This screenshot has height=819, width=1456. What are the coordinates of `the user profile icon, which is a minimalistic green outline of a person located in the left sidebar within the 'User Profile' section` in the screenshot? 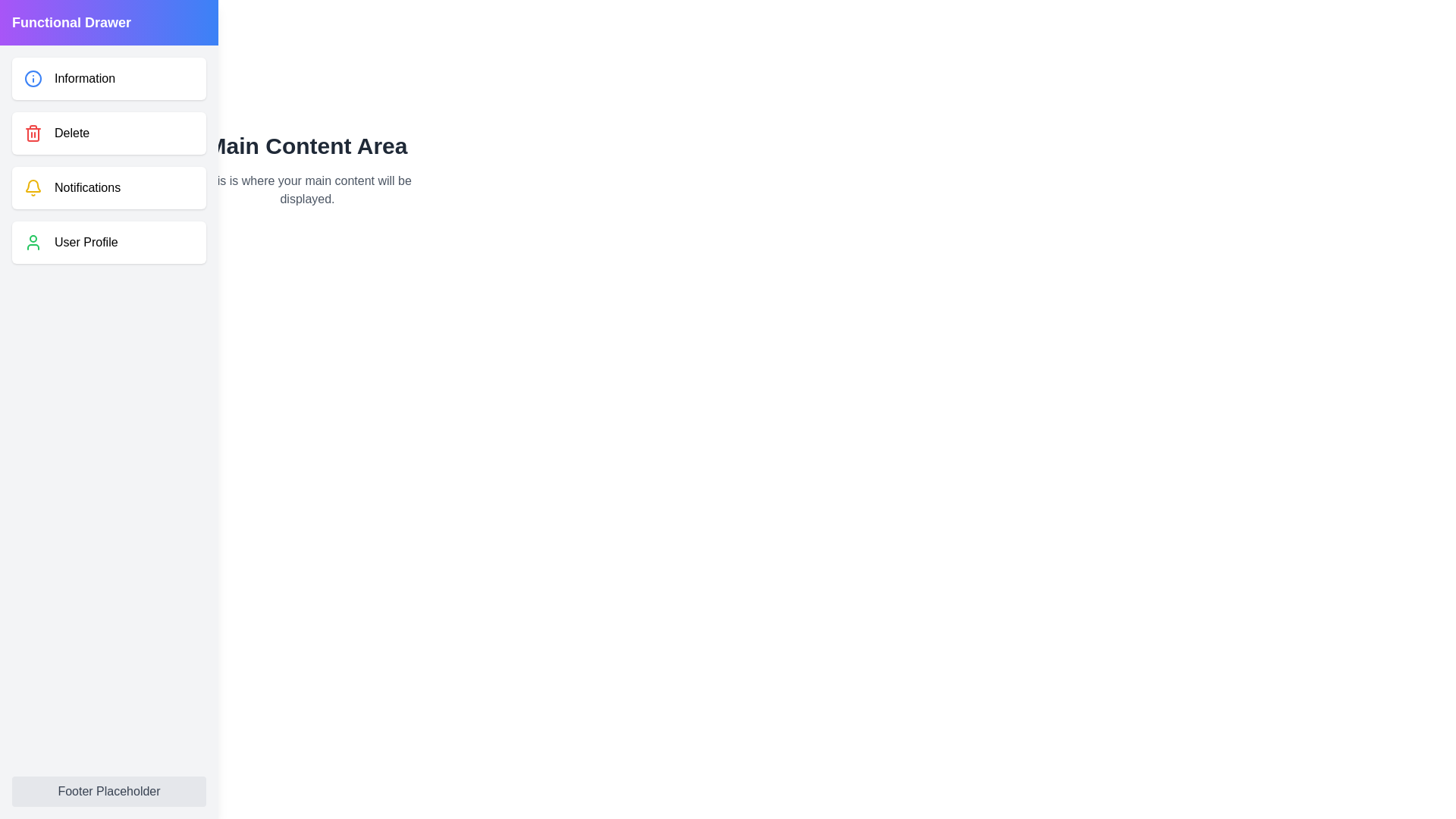 It's located at (33, 242).